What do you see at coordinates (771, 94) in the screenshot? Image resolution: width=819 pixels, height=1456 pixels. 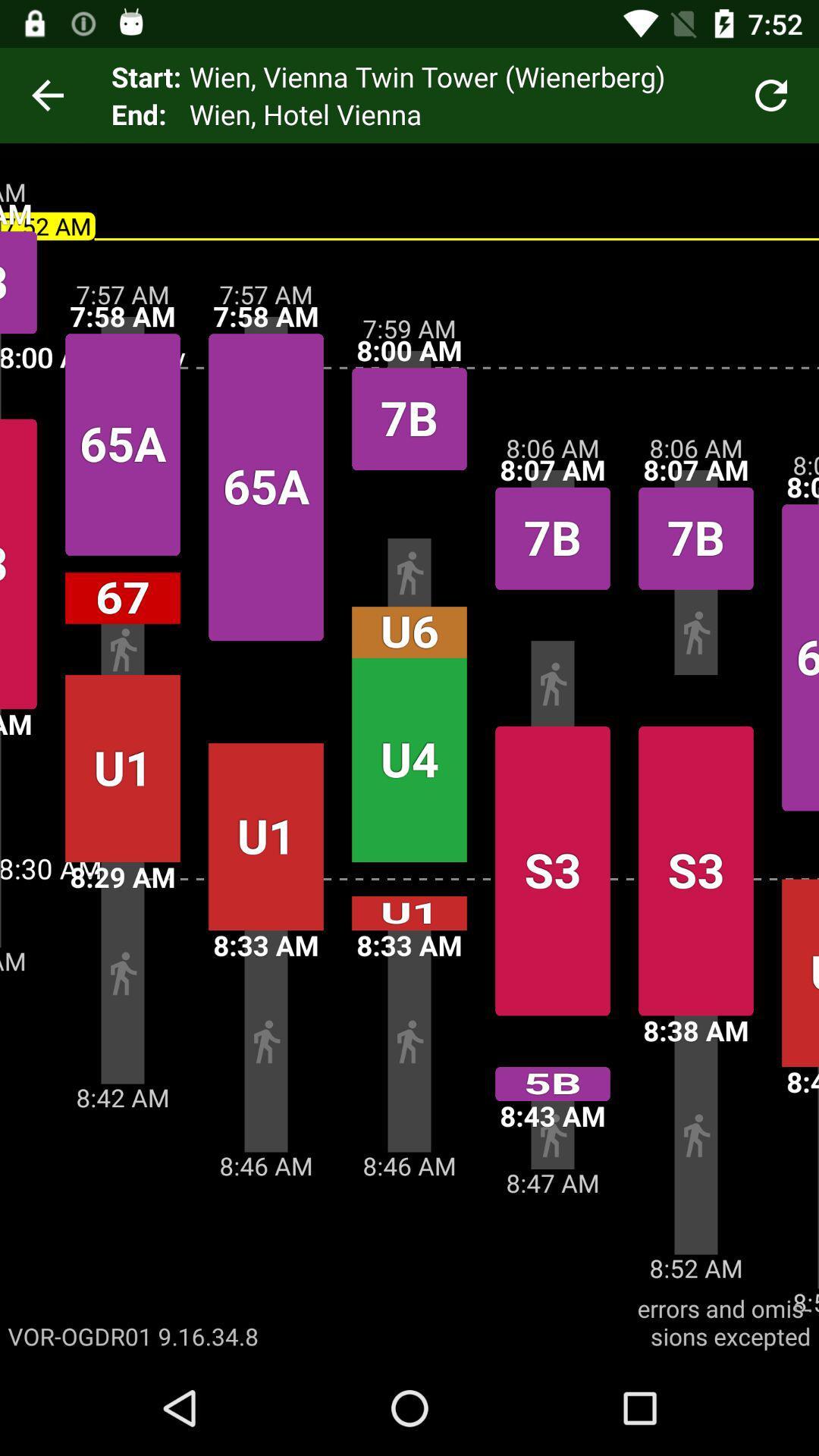 I see `the icon next to wien vienna twin icon` at bounding box center [771, 94].